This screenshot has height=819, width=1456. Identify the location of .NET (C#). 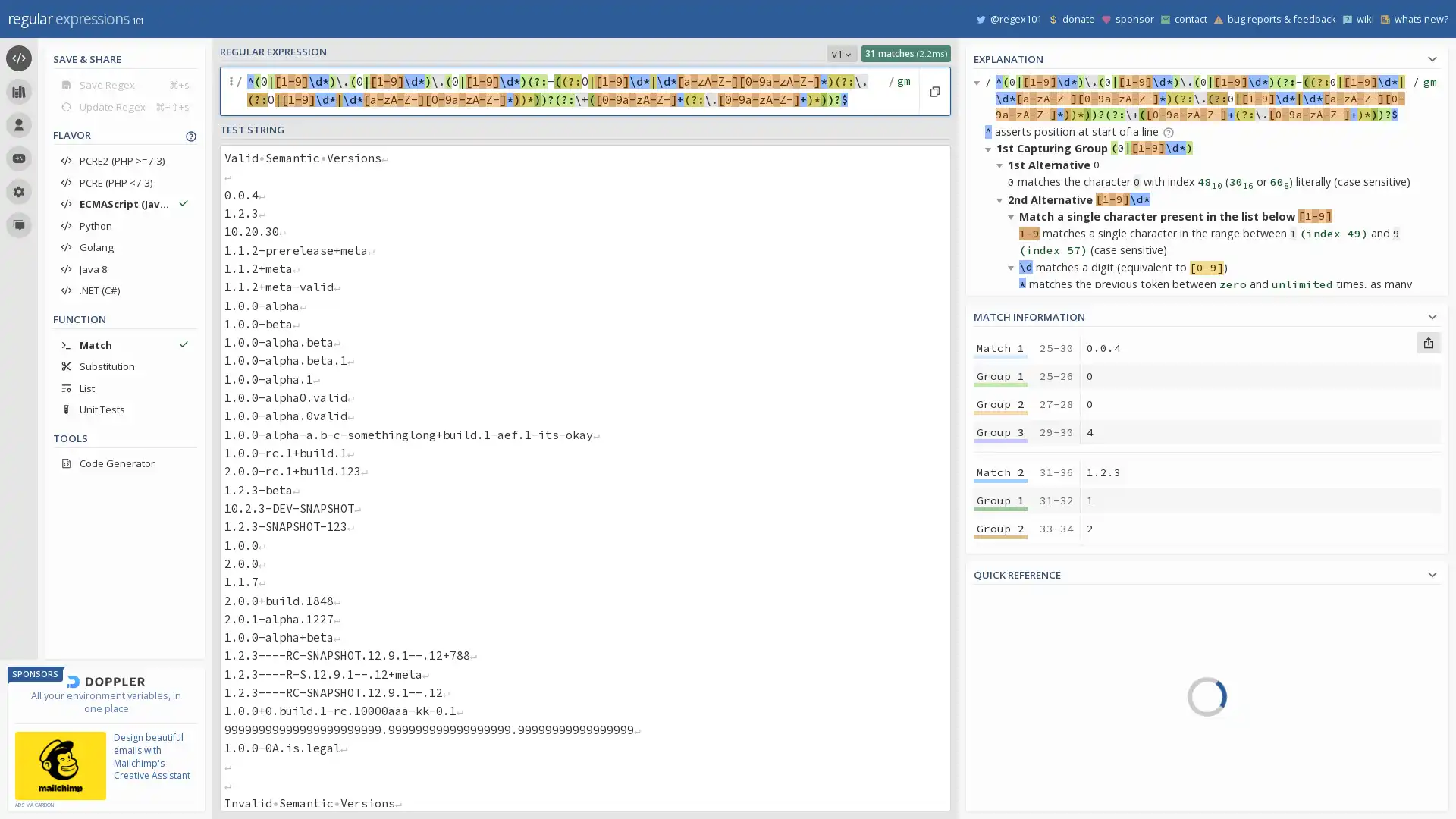
(124, 290).